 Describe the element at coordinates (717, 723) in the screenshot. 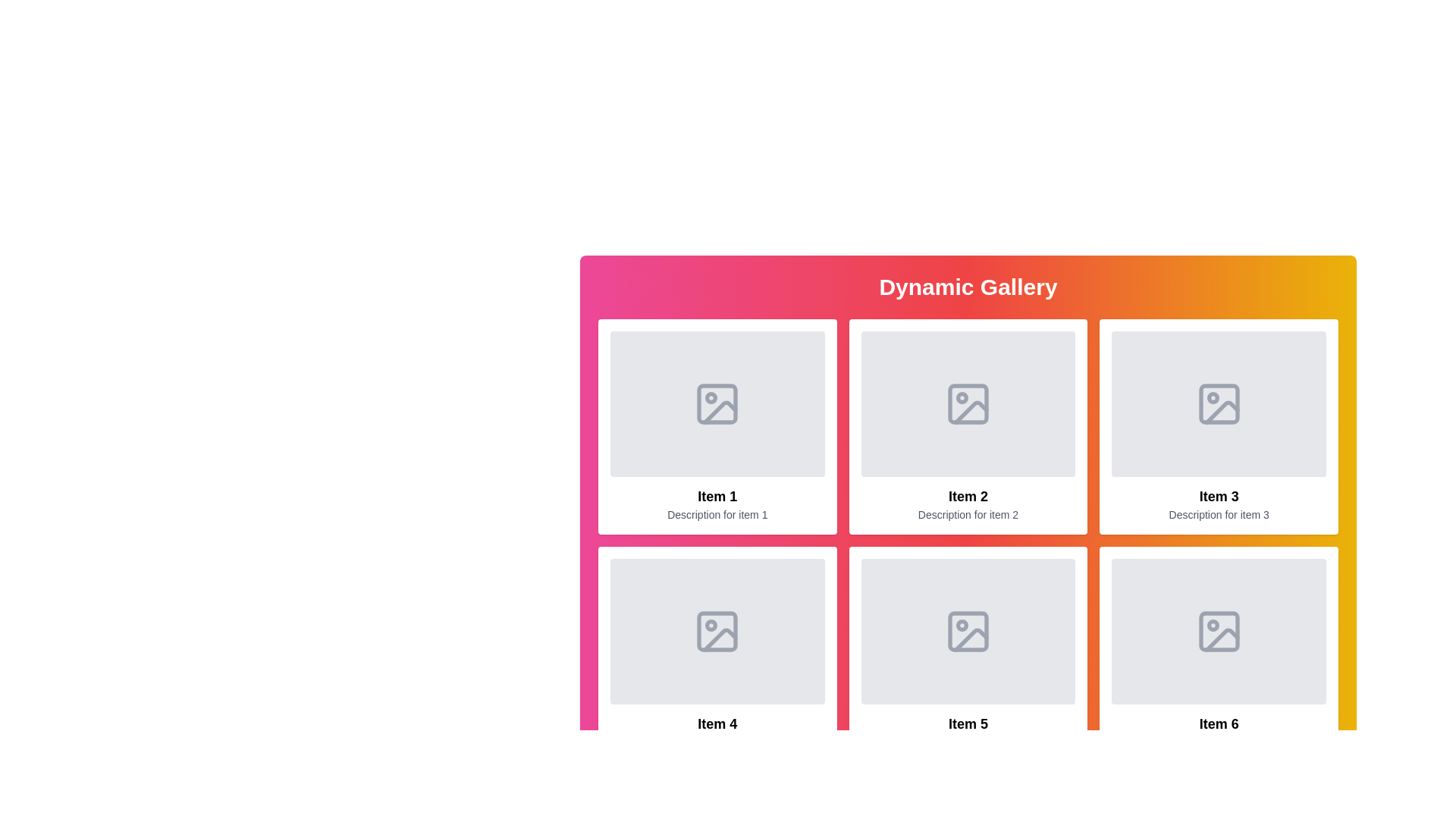

I see `the static text label located in the bottom-left card under the heading 'Dynamic Gallery', which serves as a title identifier for the content block` at that location.